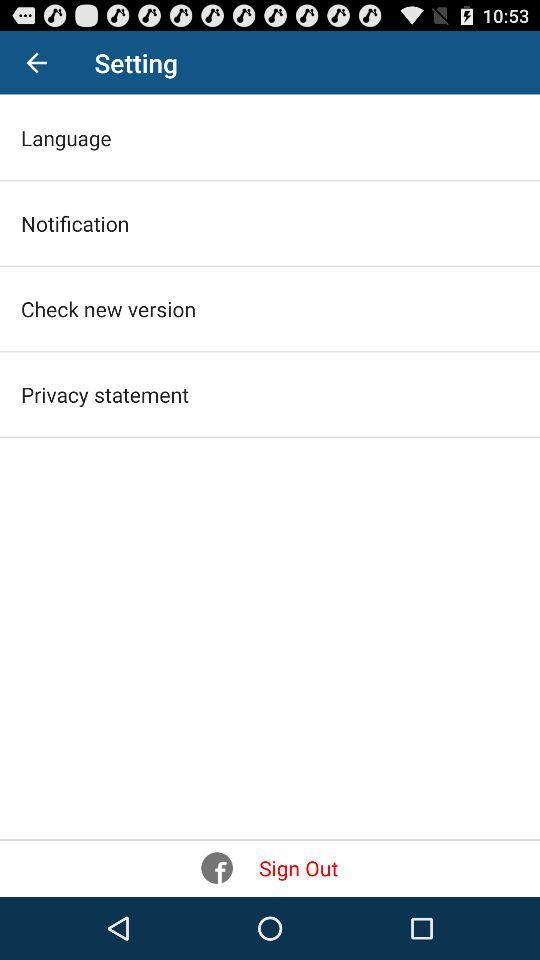 The width and height of the screenshot is (540, 960). Describe the element at coordinates (36, 62) in the screenshot. I see `item next to the setting` at that location.